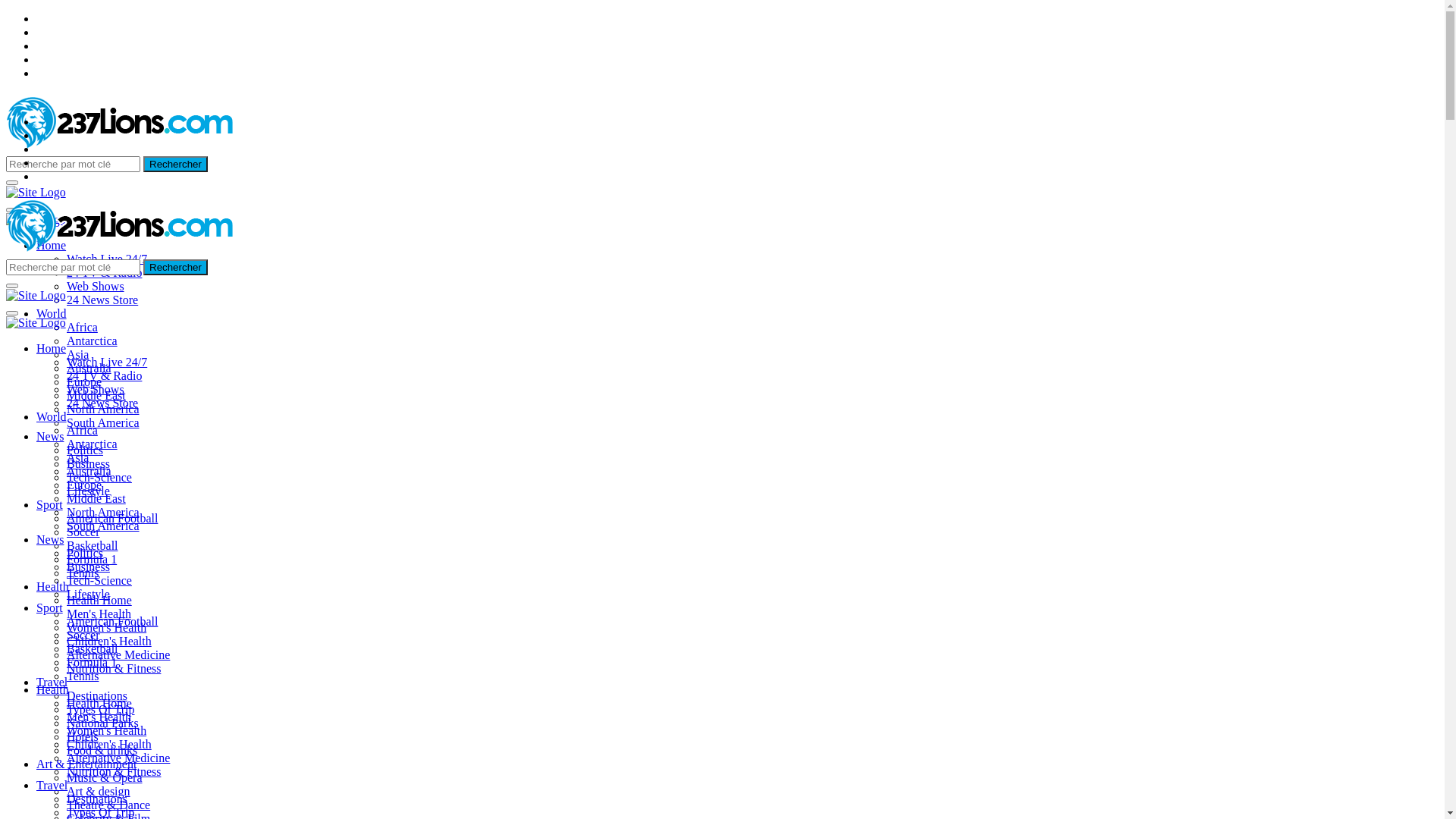  I want to click on 'Children's Health', so click(65, 641).